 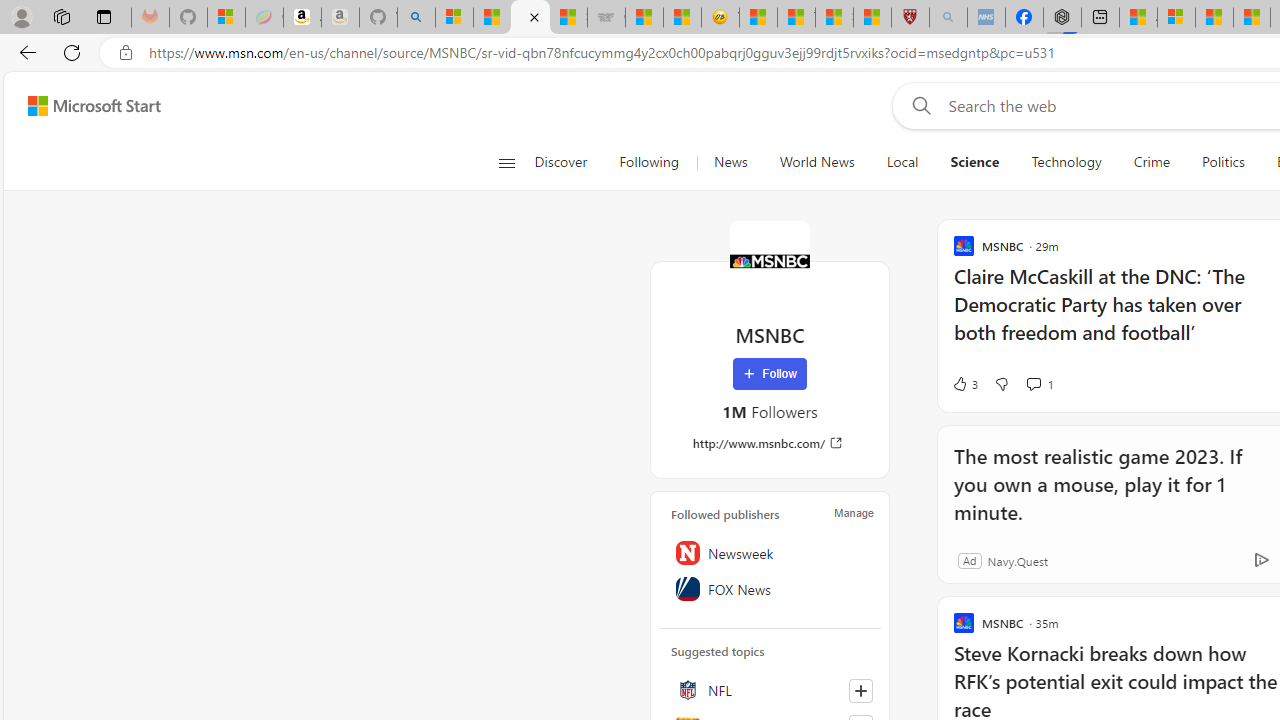 I want to click on '12 Popular Science Lies that Must be Corrected', so click(x=872, y=17).